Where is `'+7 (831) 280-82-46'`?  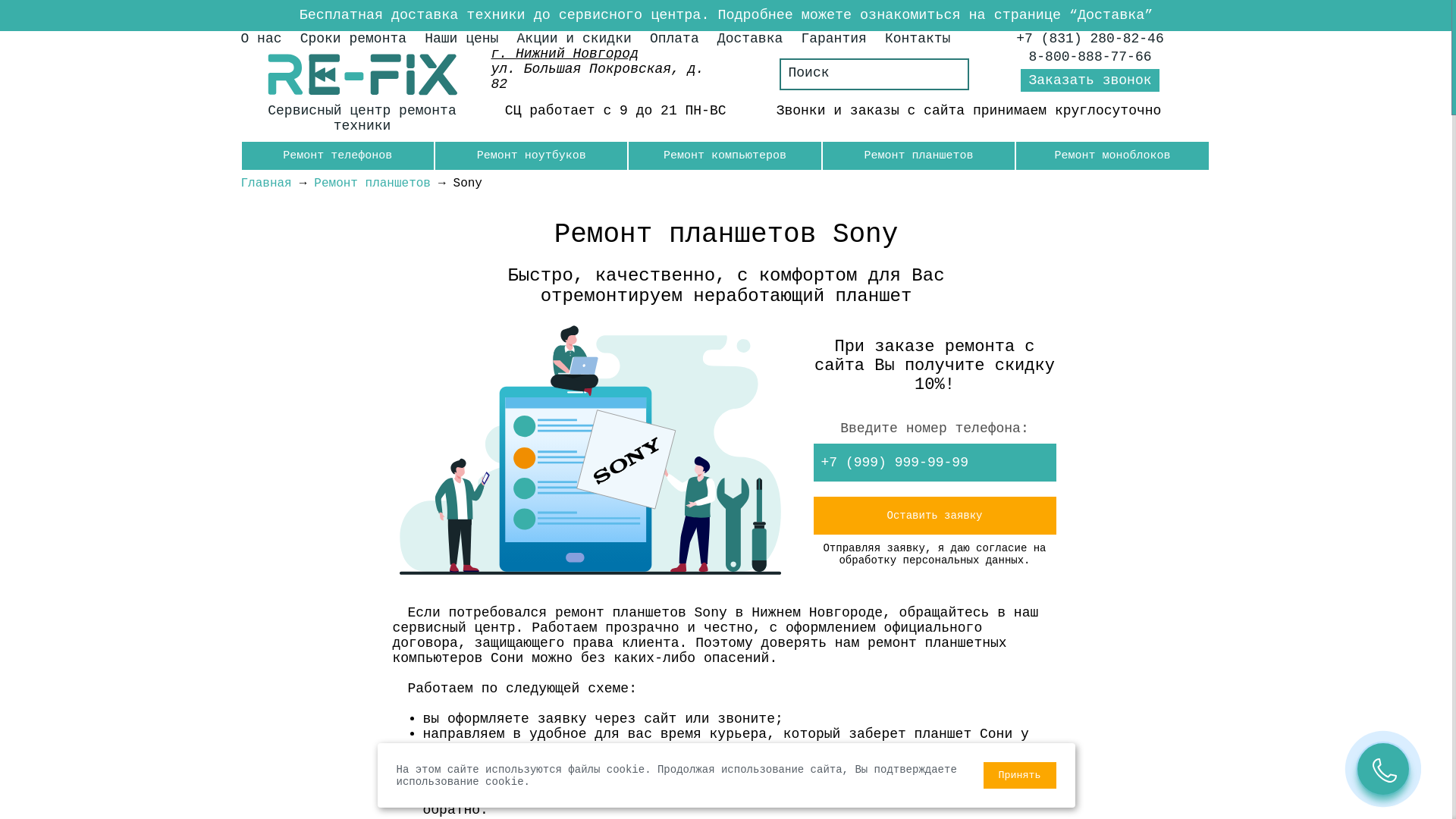 '+7 (831) 280-82-46' is located at coordinates (1088, 37).